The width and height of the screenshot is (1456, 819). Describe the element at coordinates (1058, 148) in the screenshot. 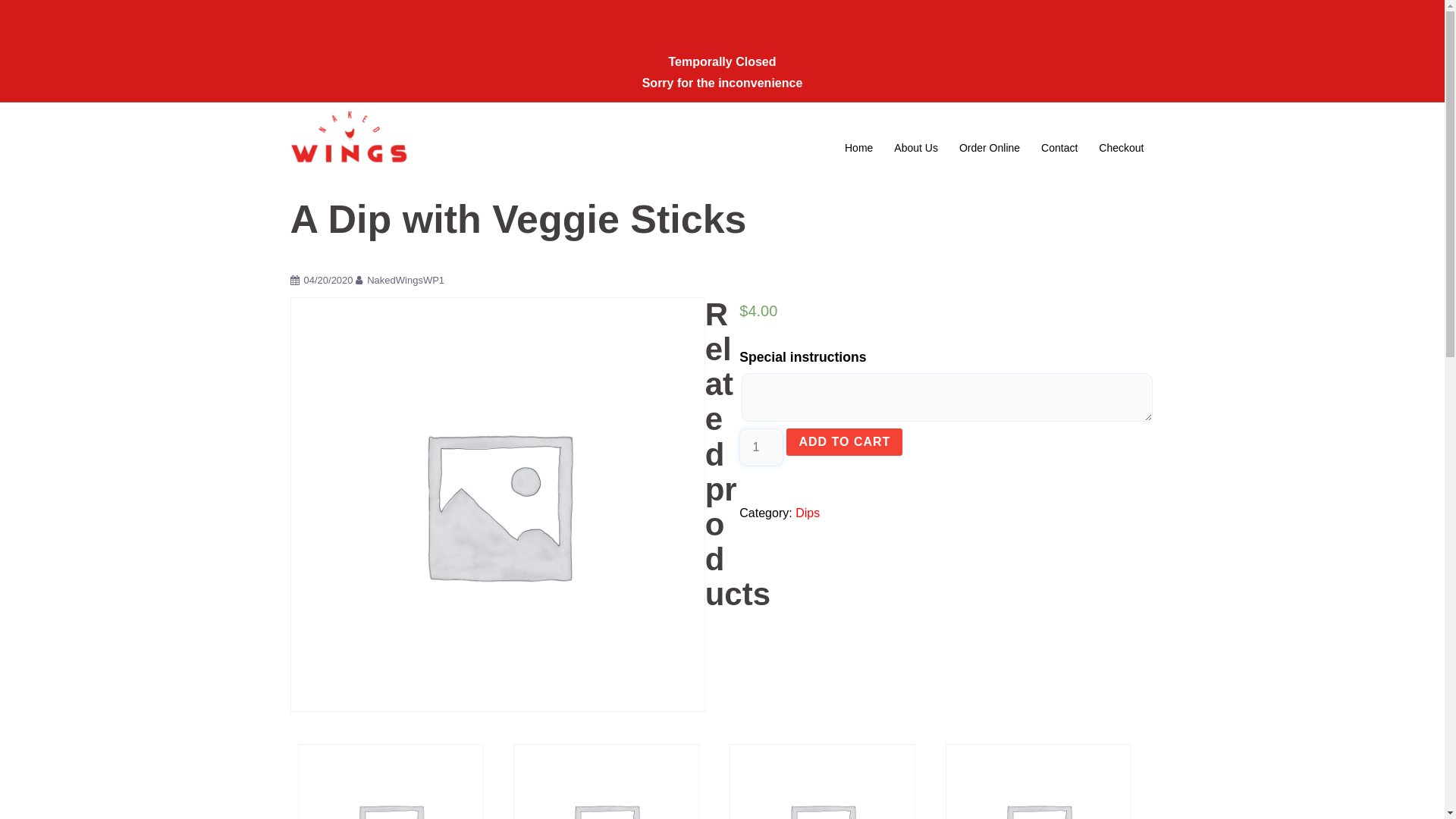

I see `'Contact'` at that location.